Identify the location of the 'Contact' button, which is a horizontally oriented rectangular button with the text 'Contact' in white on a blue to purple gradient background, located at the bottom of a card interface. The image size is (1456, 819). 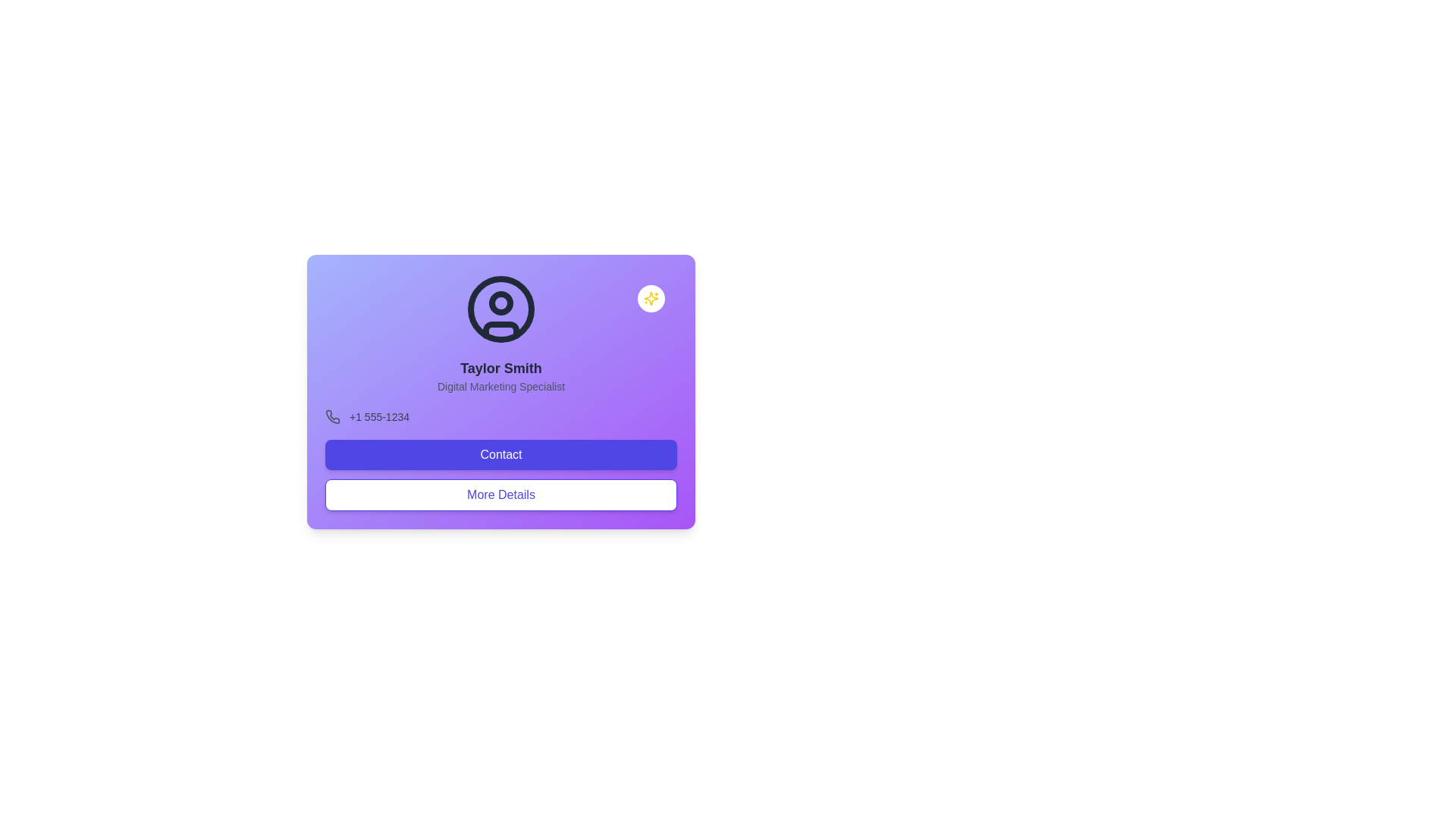
(501, 475).